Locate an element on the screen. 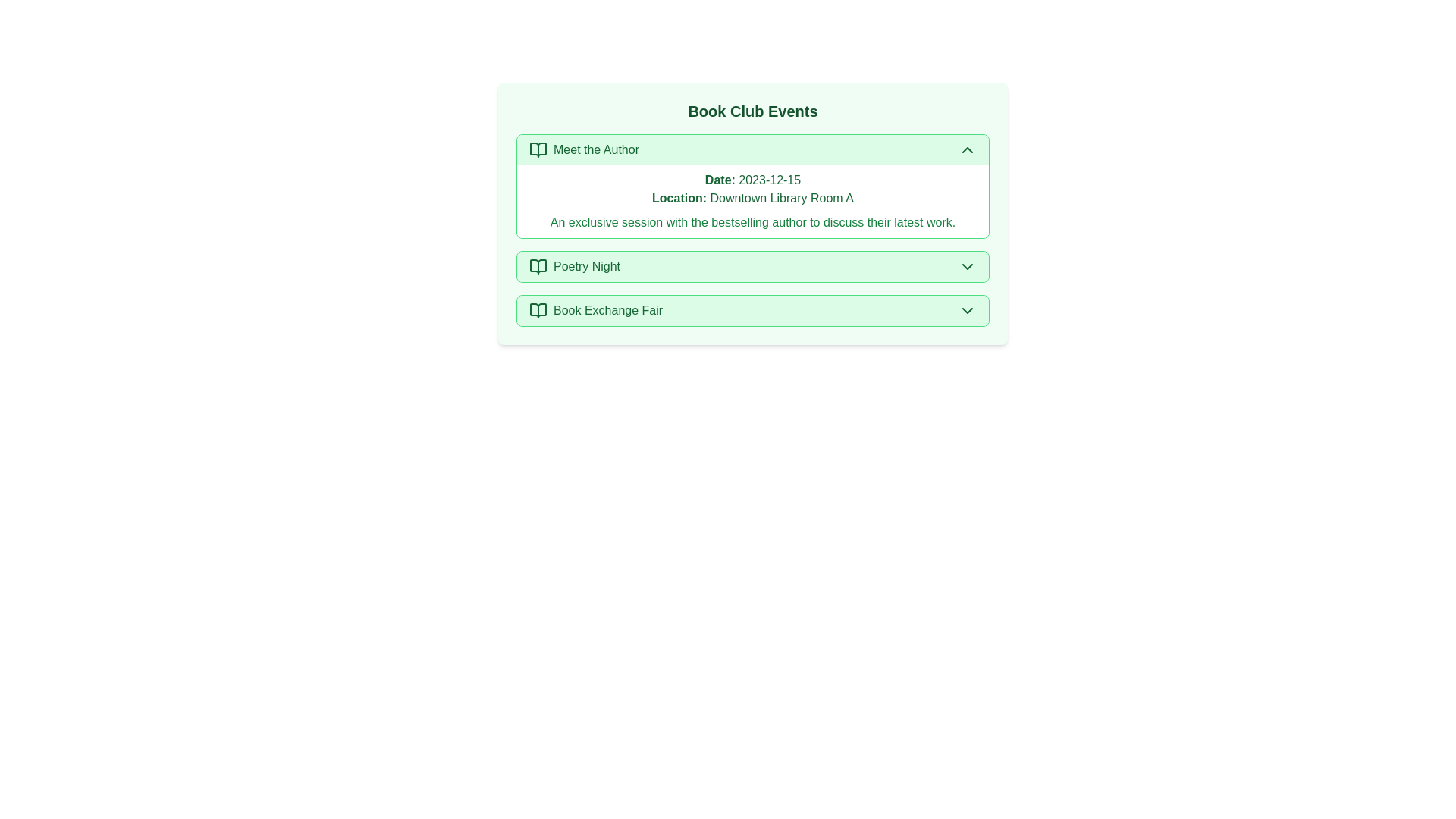 This screenshot has width=1456, height=819. the 'Book Exchange Fair' button located in the 'Book Club Events' section is located at coordinates (753, 309).